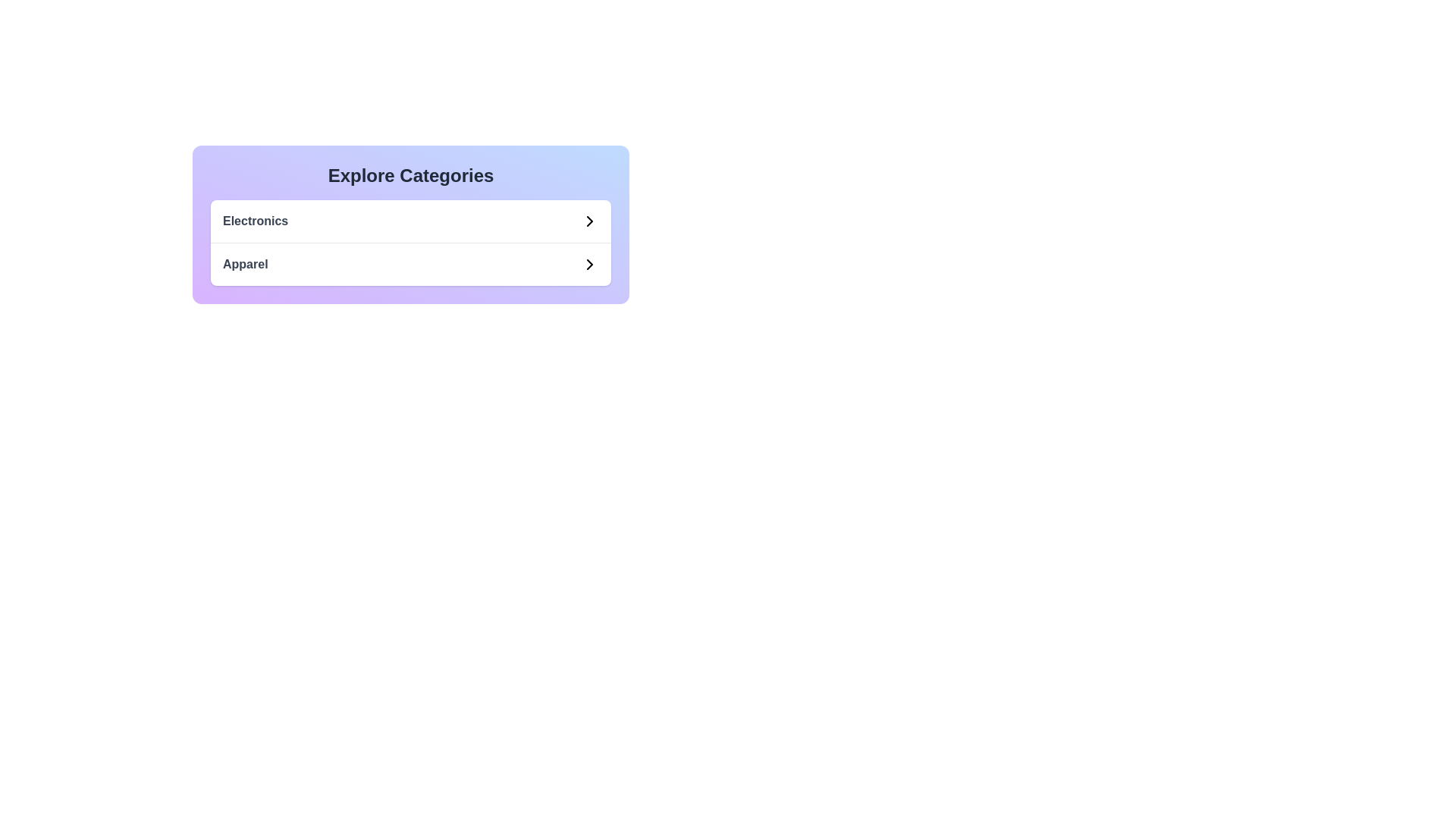 The width and height of the screenshot is (1456, 819). What do you see at coordinates (588, 263) in the screenshot?
I see `the right-facing chevron arrow icon located at the far-right end of the 'Apparel' list item in the 'Explore Categories' panel` at bounding box center [588, 263].